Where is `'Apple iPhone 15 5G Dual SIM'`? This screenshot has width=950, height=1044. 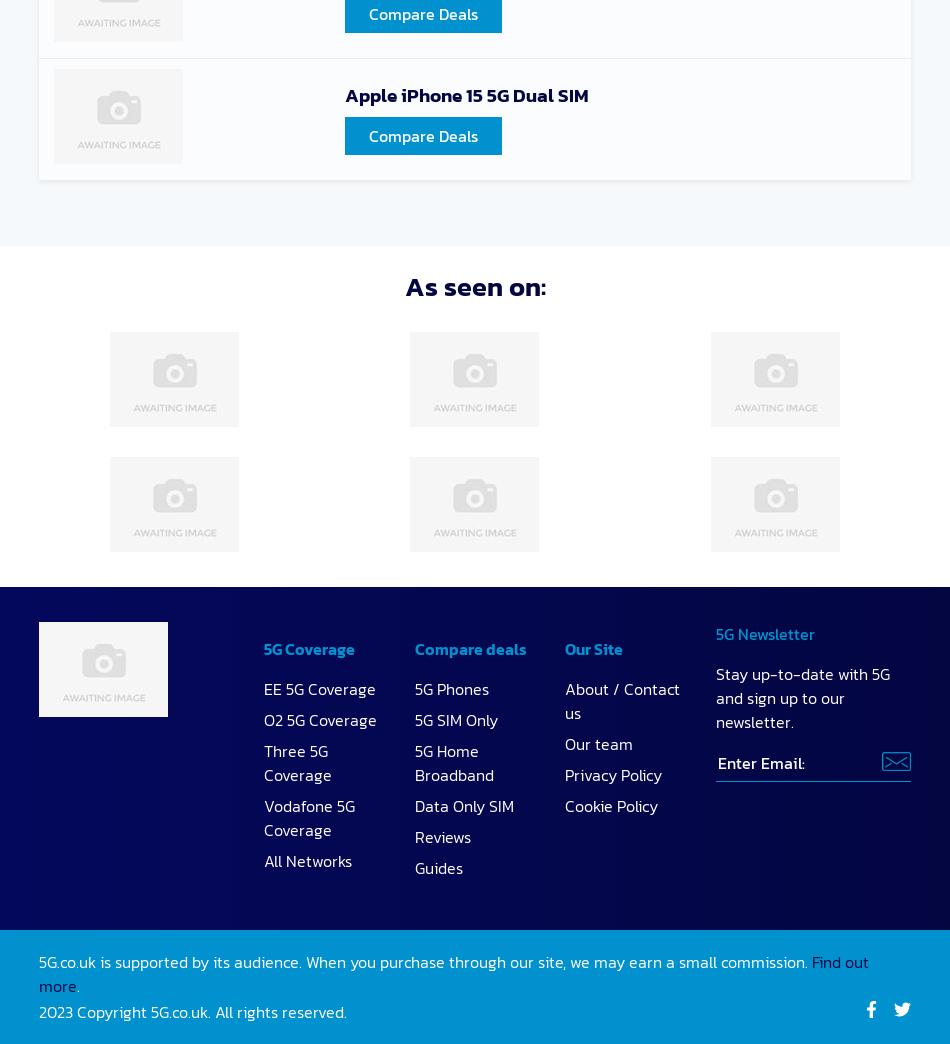 'Apple iPhone 15 5G Dual SIM' is located at coordinates (342, 94).